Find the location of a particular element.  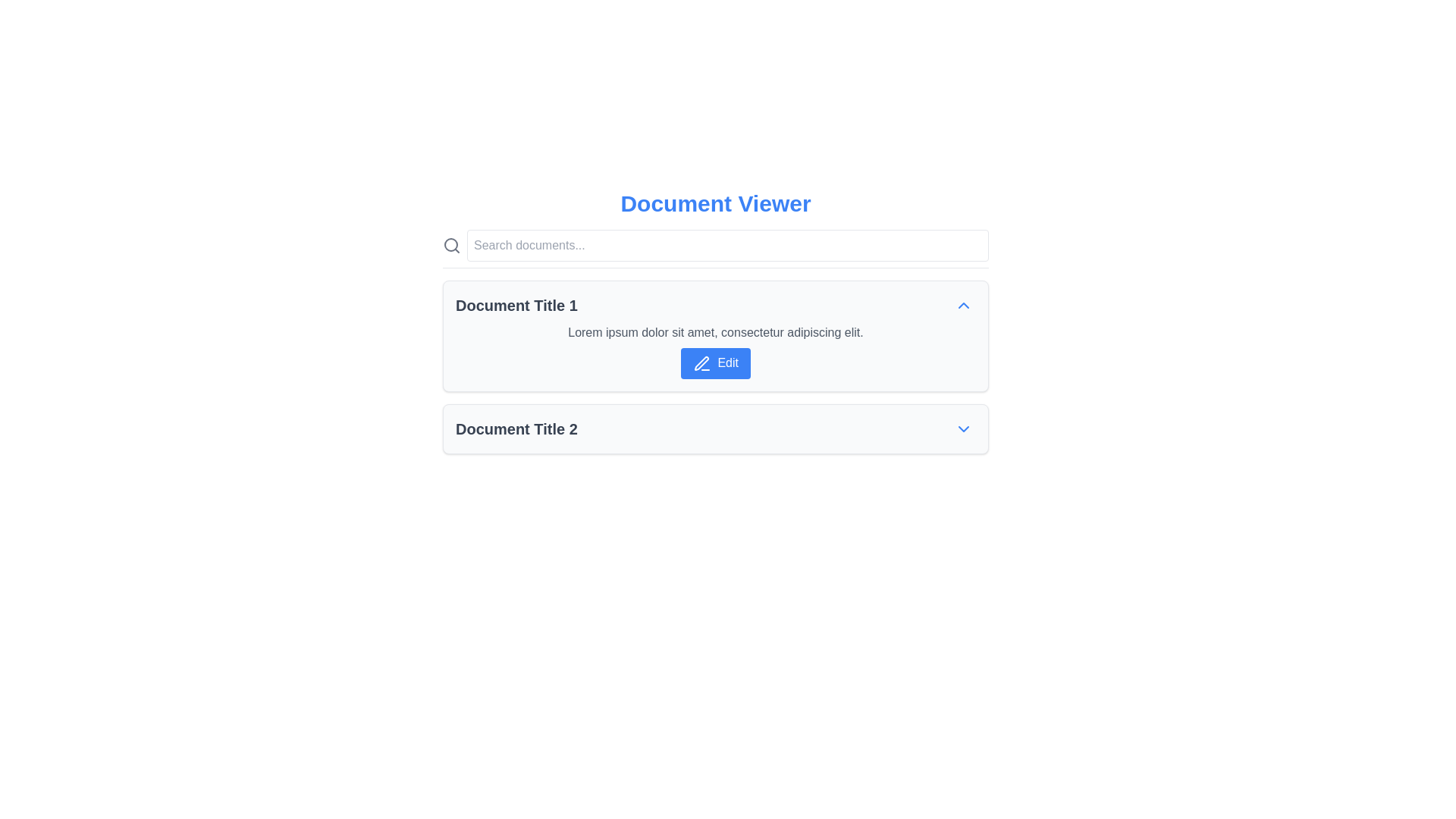

the circular lens component of the magnifying glass icon in the SVG element, which has an 8-pixel radius and is positioned near the left of the search bar at the top of the interface is located at coordinates (450, 244).